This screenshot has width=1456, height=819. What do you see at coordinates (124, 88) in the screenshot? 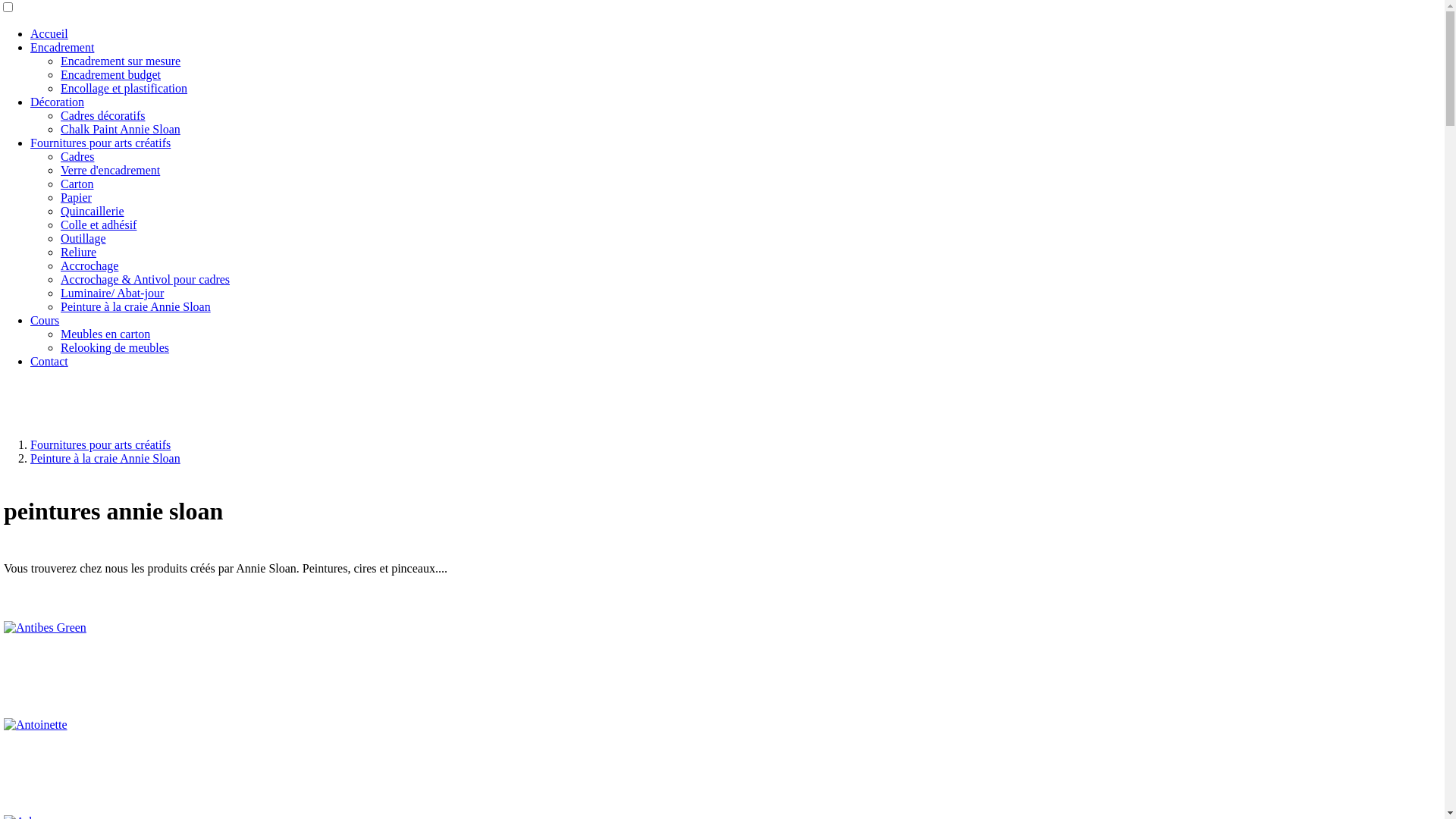
I see `'Encollage et plastification'` at bounding box center [124, 88].